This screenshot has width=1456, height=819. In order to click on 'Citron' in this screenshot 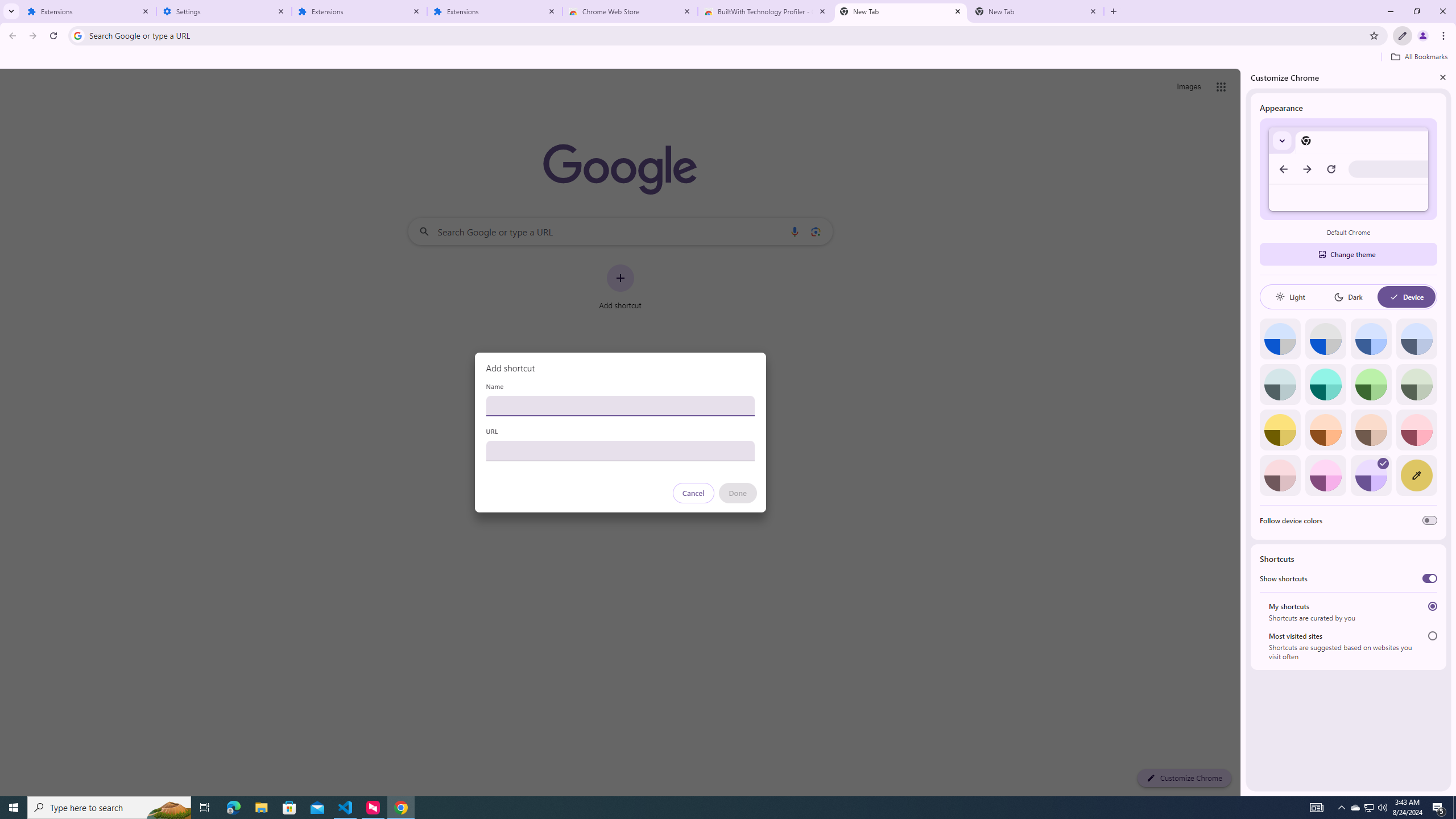, I will do `click(1280, 429)`.